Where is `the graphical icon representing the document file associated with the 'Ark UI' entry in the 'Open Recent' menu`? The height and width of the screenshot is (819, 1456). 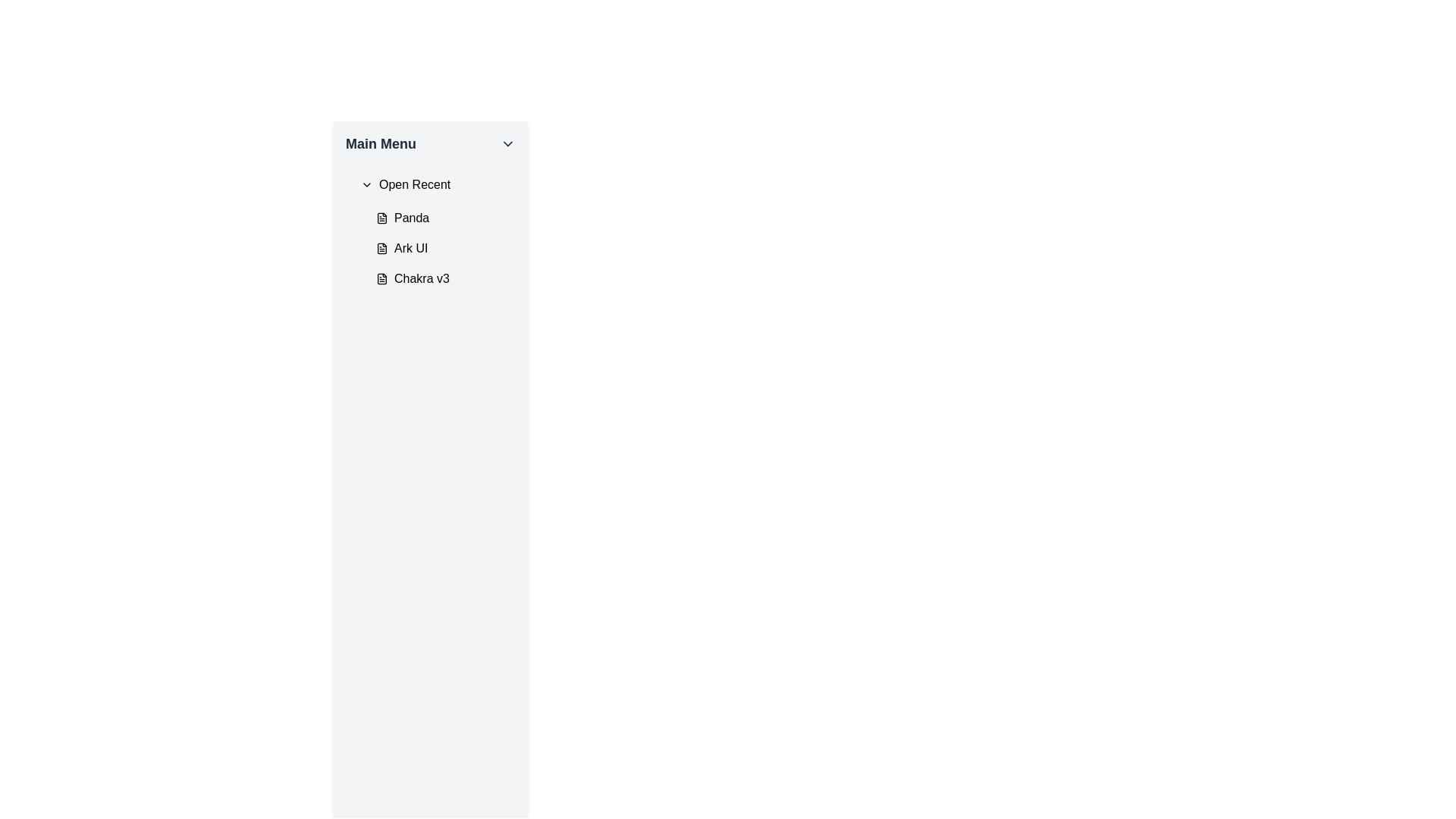 the graphical icon representing the document file associated with the 'Ark UI' entry in the 'Open Recent' menu is located at coordinates (382, 247).